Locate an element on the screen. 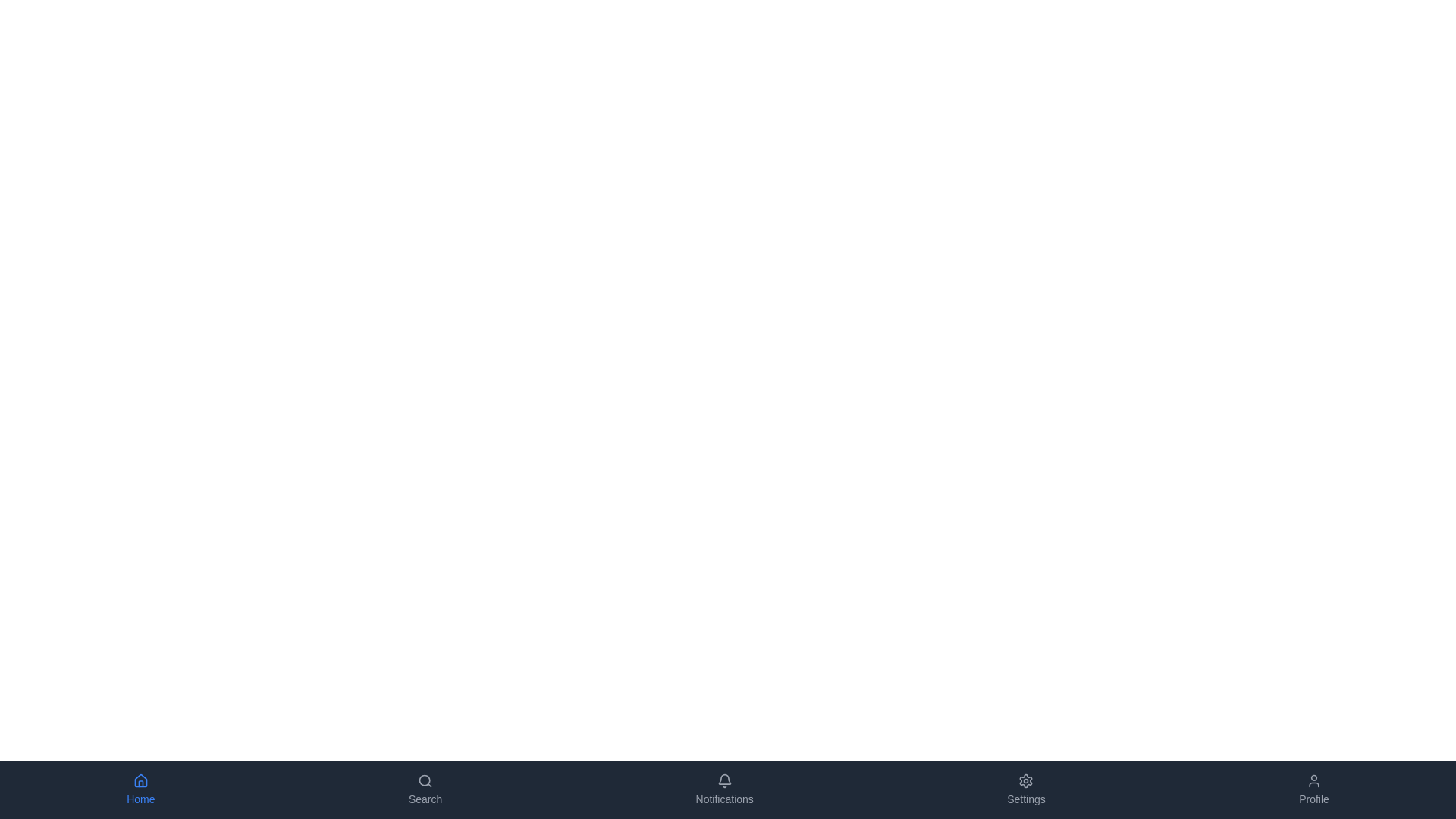 This screenshot has width=1456, height=819. label text that identifies the search feature located in the bottom navigation bar, positioned beneath the search icon is located at coordinates (425, 798).